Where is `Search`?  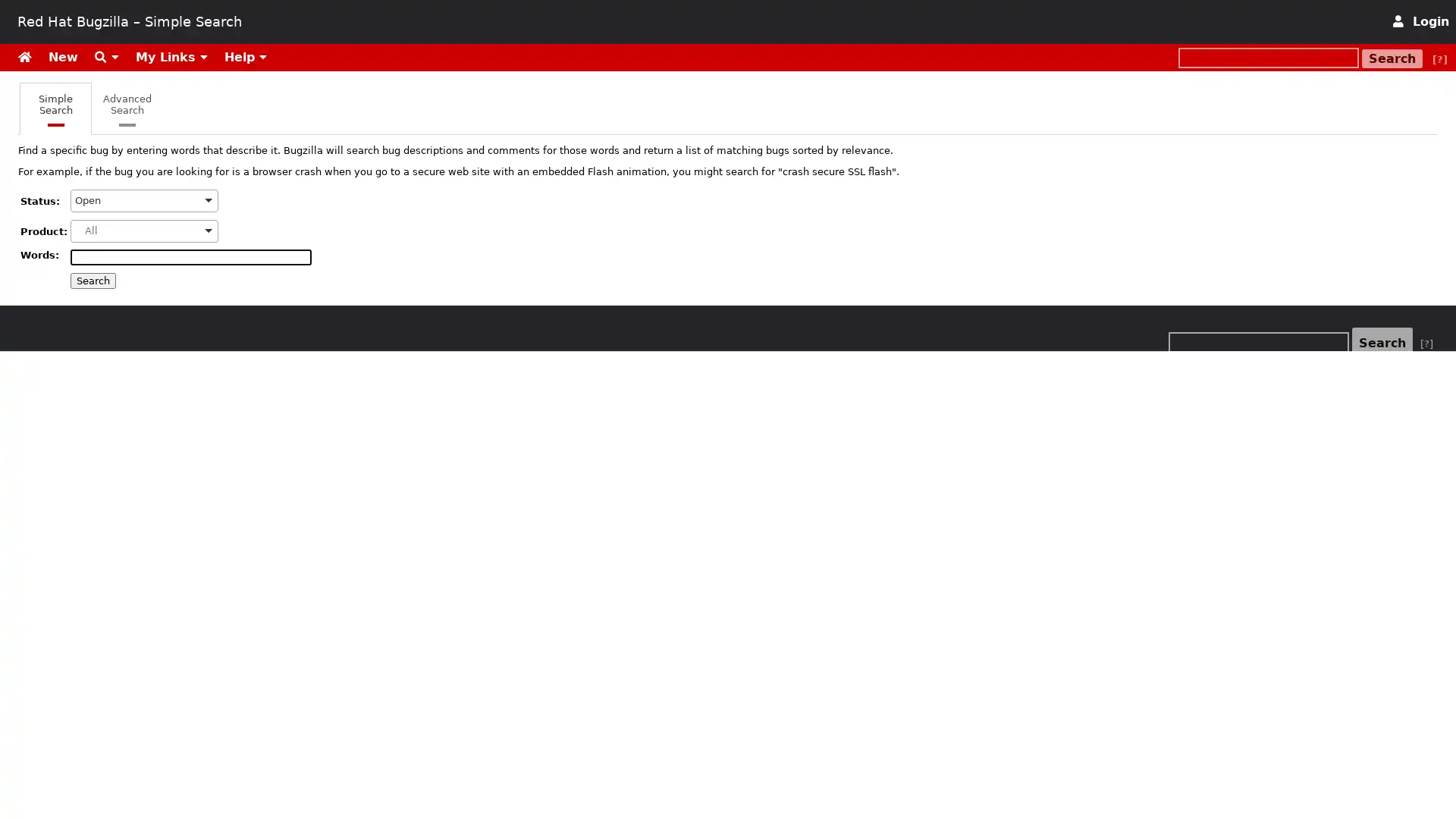 Search is located at coordinates (1392, 58).